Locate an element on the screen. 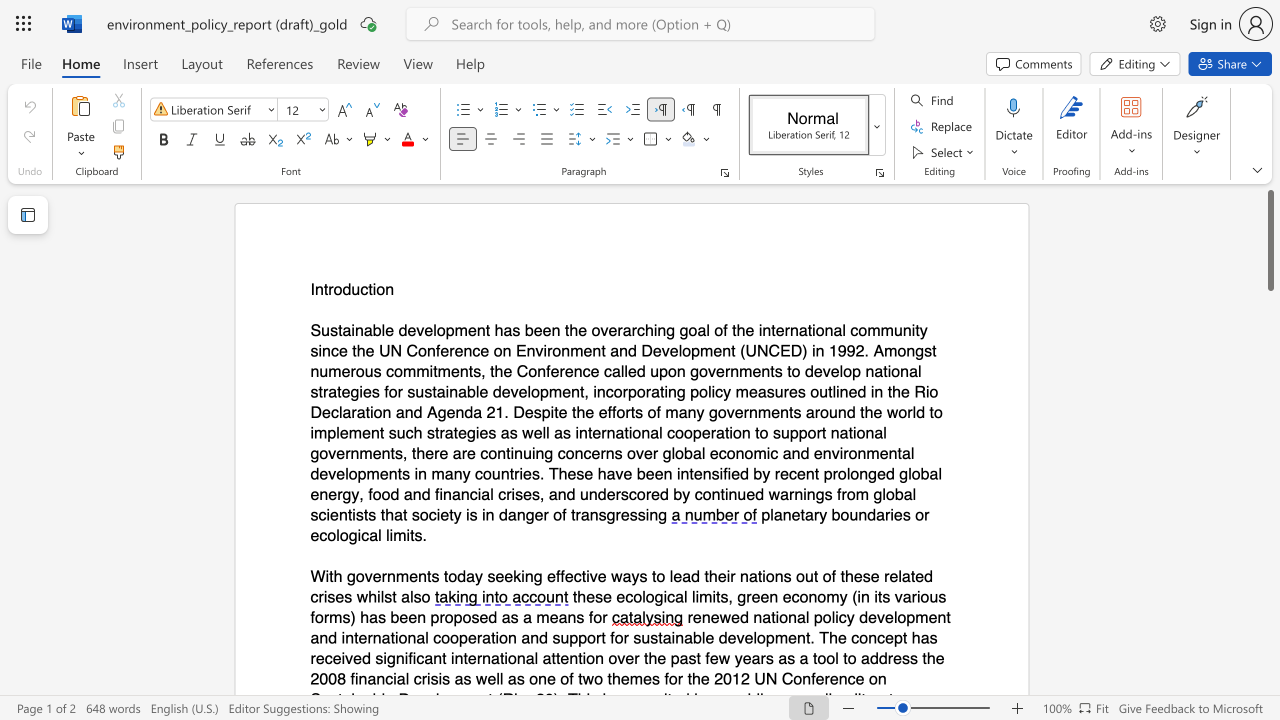 This screenshot has width=1280, height=720. the scrollbar to move the view down is located at coordinates (1269, 508).